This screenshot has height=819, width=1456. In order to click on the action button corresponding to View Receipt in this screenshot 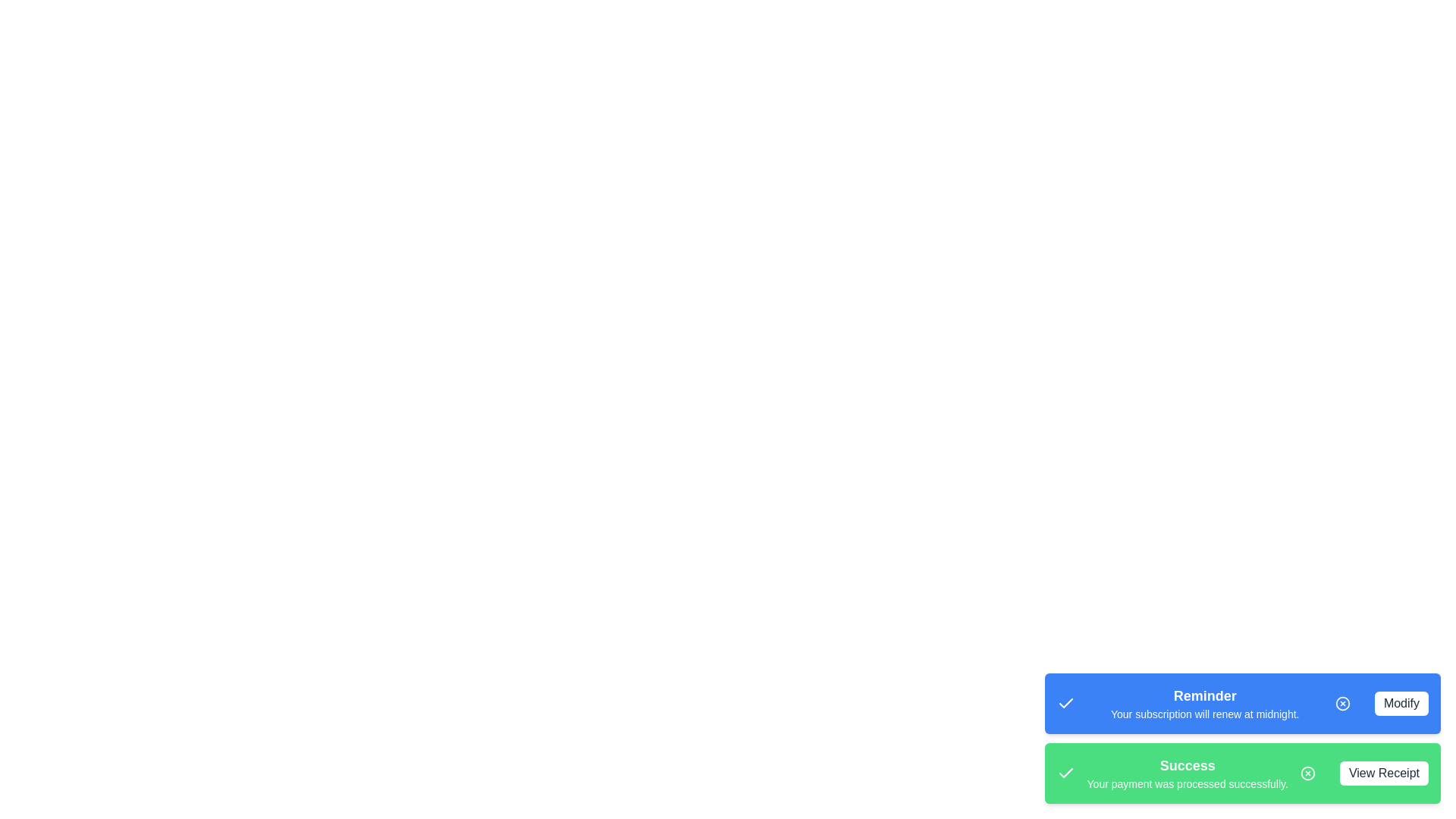, I will do `click(1384, 773)`.